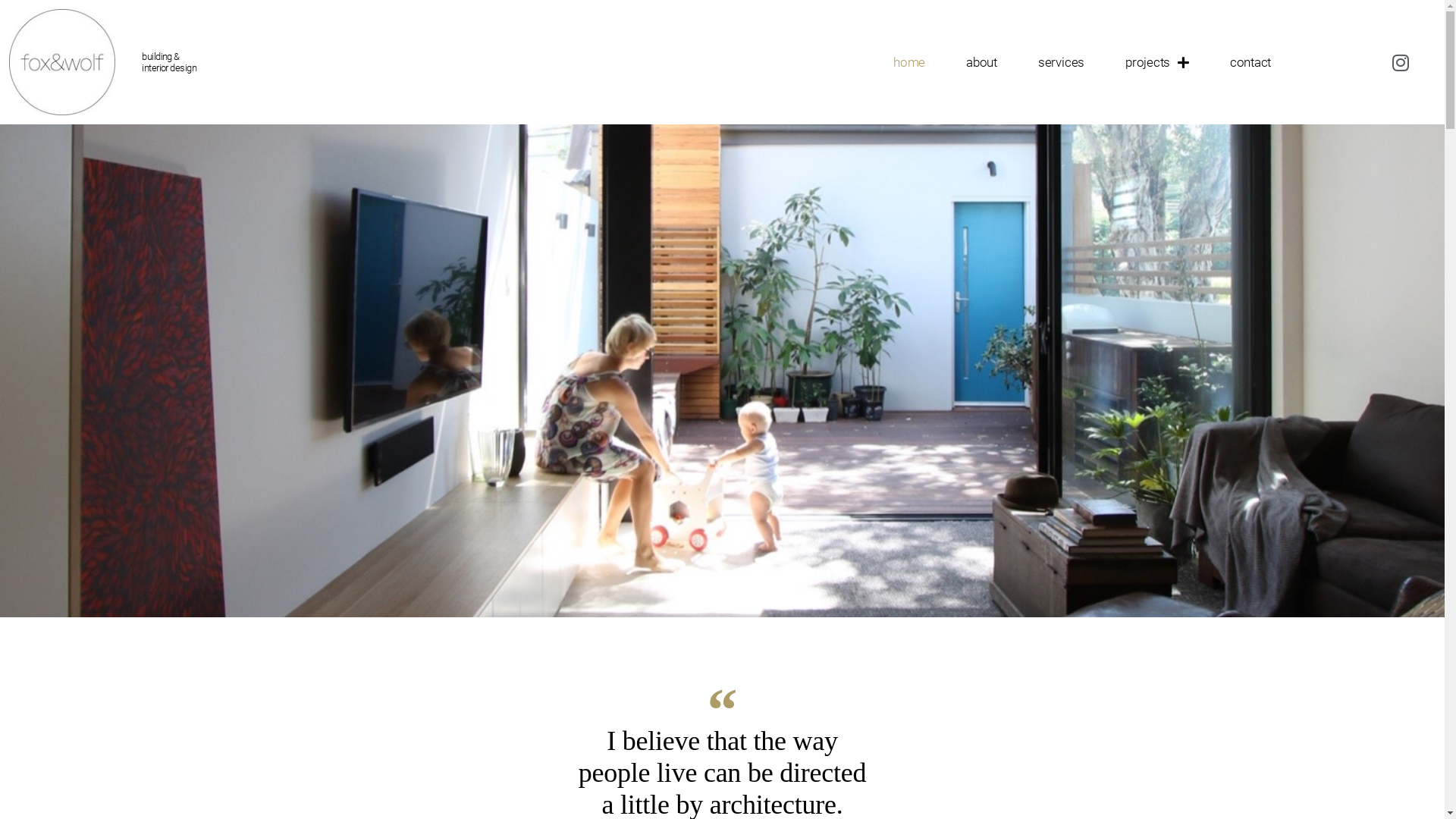 This screenshot has height=819, width=1456. I want to click on 'home', so click(909, 61).